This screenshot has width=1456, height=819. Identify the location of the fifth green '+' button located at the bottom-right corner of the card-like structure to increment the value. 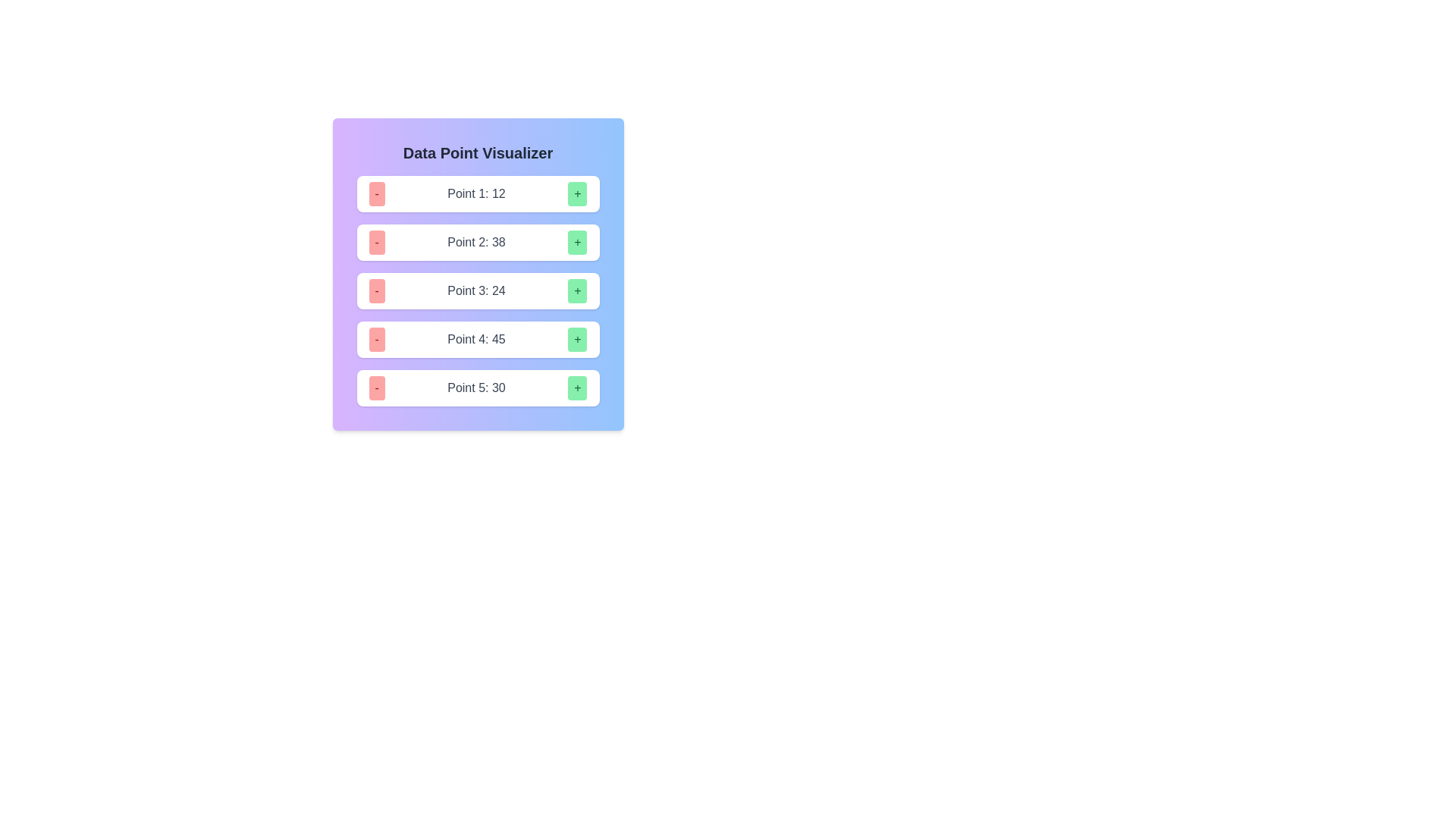
(576, 388).